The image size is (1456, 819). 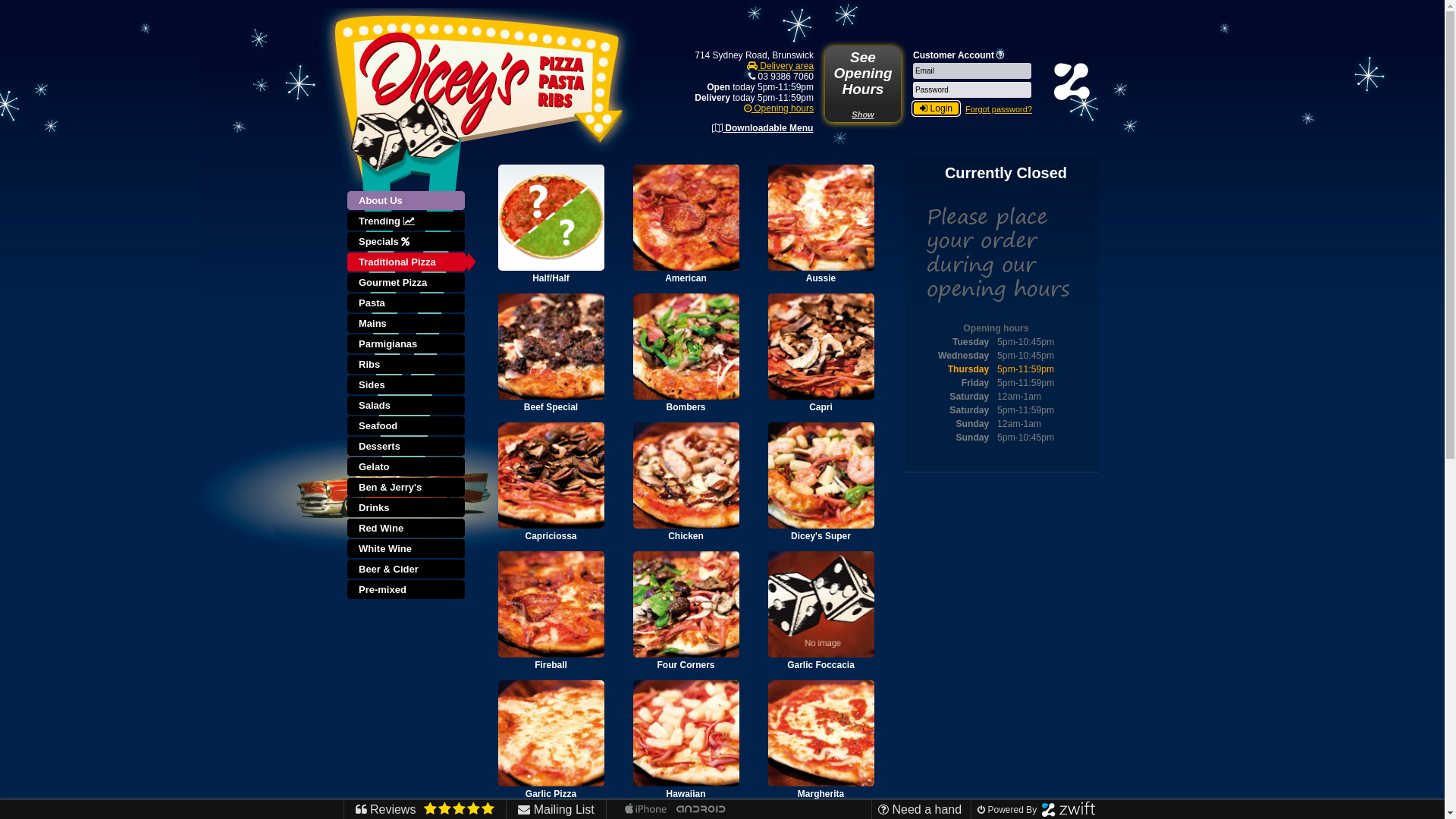 I want to click on 'Desserts', so click(x=407, y=446).